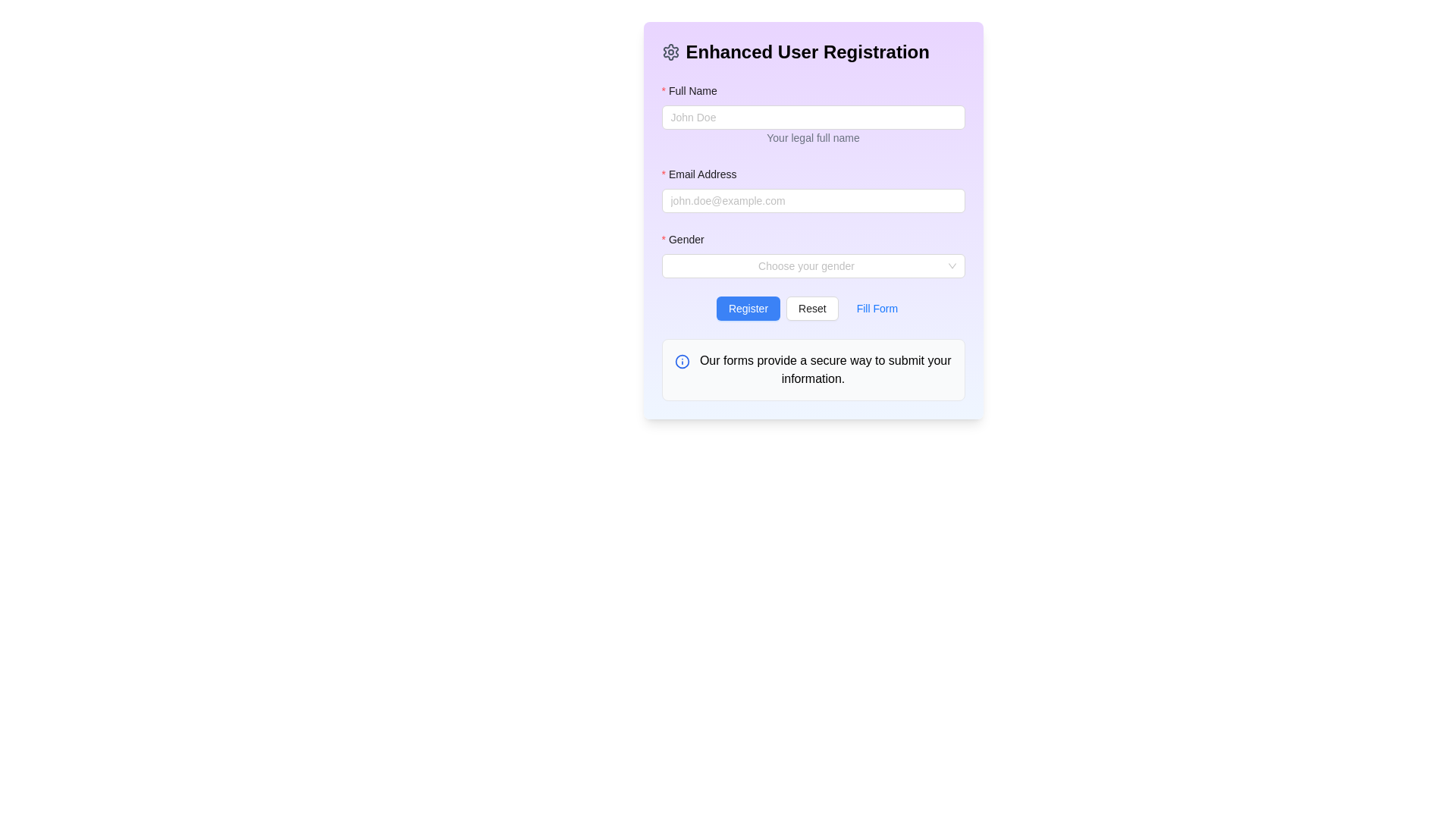 Image resolution: width=1456 pixels, height=819 pixels. I want to click on the instructional text label displaying 'Your legal full name' located below the 'Full Name' input field in the form, so click(812, 125).